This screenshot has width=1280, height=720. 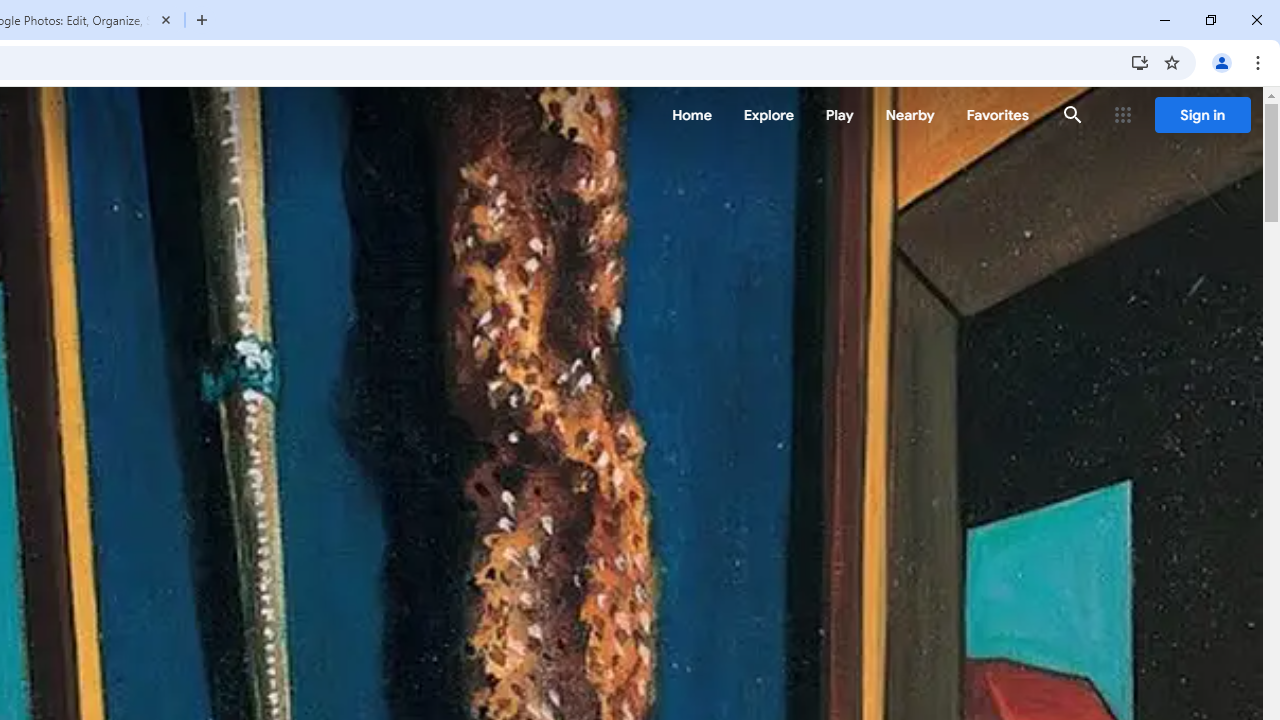 What do you see at coordinates (1139, 61) in the screenshot?
I see `'Install Google Arts & Culture'` at bounding box center [1139, 61].